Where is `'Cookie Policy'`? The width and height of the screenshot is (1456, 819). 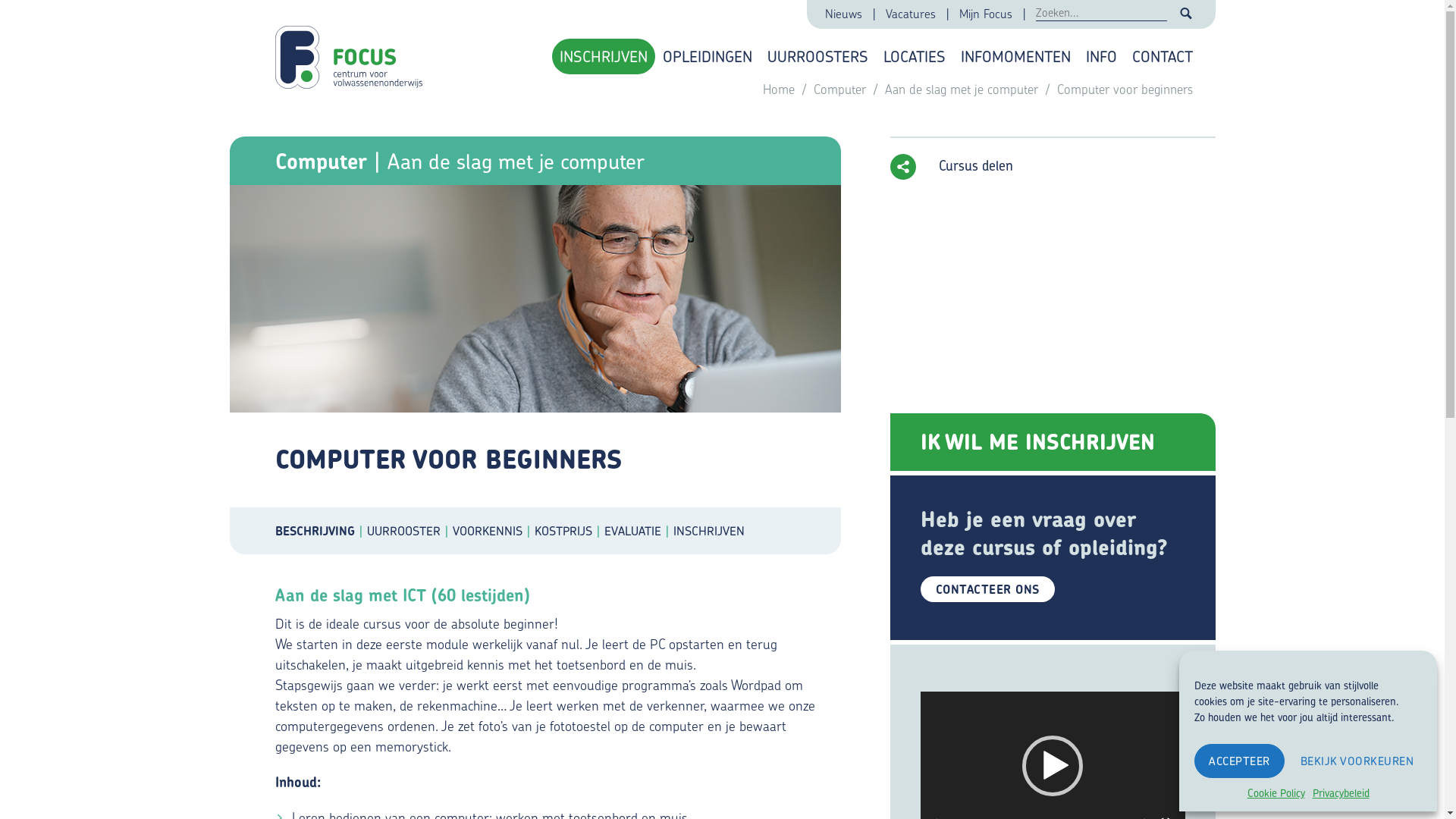
'Cookie Policy' is located at coordinates (1274, 792).